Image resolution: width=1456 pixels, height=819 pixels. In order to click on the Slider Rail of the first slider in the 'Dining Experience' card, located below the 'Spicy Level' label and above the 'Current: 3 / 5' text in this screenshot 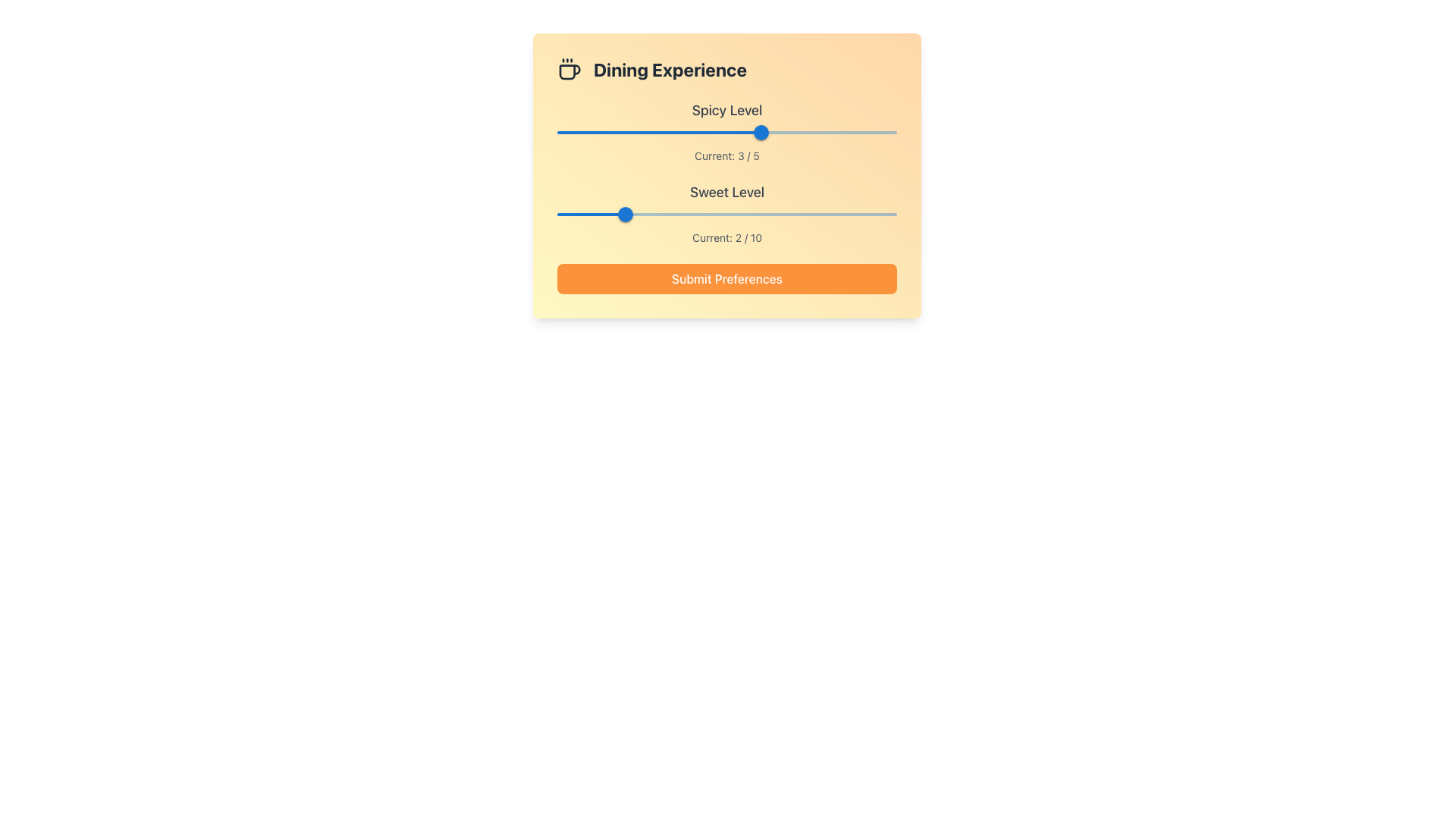, I will do `click(726, 131)`.